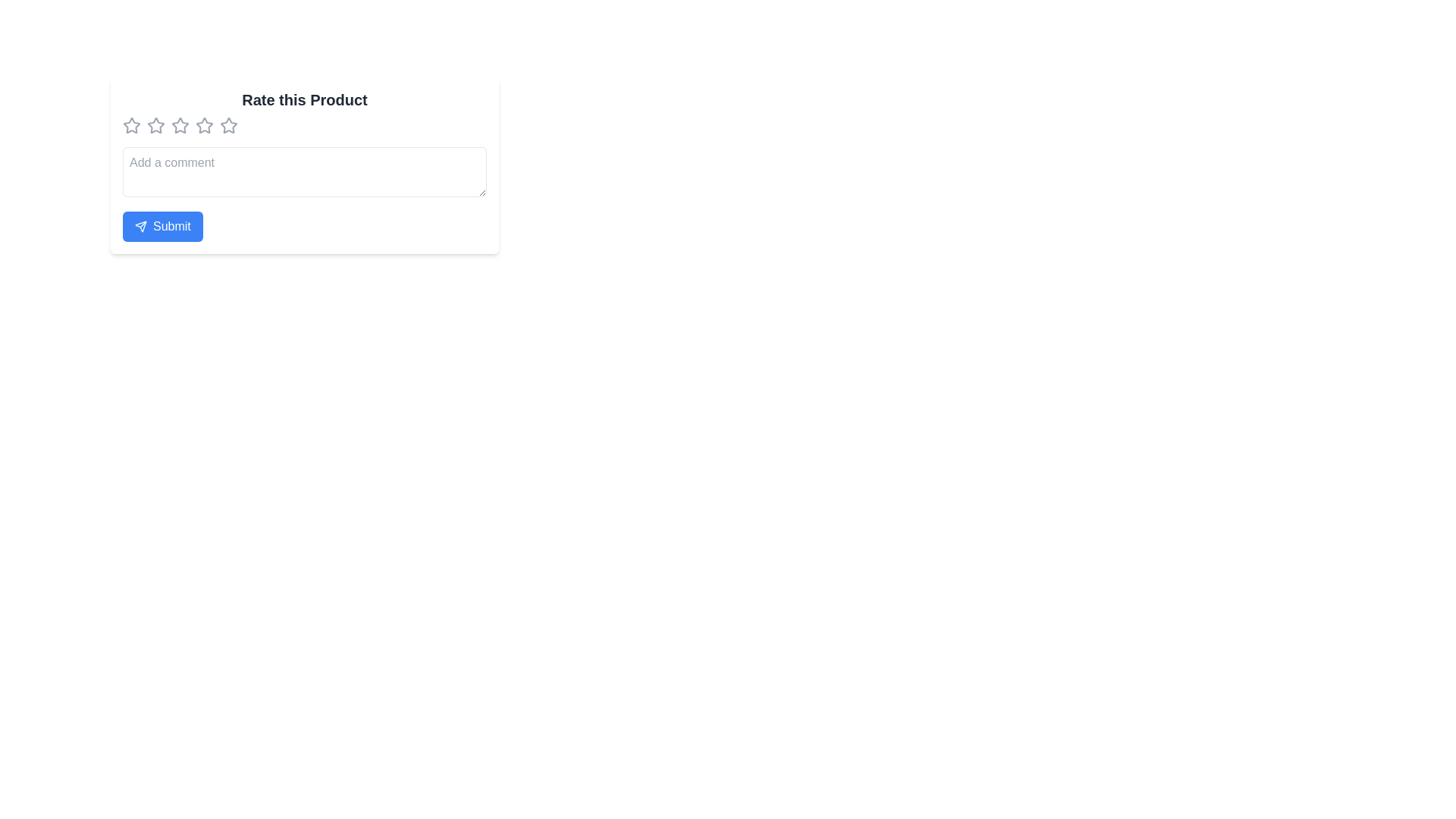  What do you see at coordinates (304, 171) in the screenshot?
I see `keyboard navigation` at bounding box center [304, 171].